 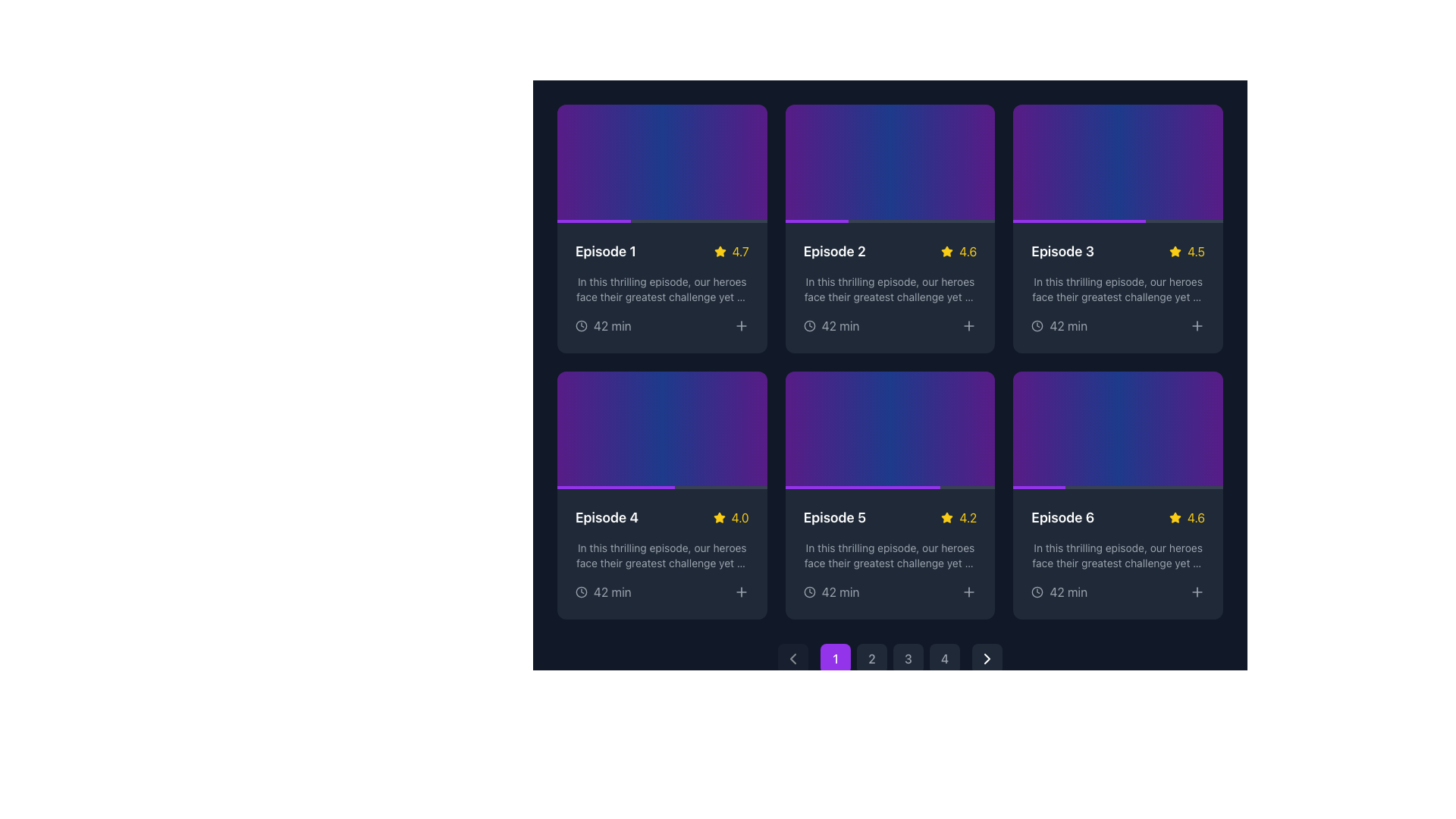 What do you see at coordinates (890, 495) in the screenshot?
I see `the fifth episode card in the grid layout` at bounding box center [890, 495].